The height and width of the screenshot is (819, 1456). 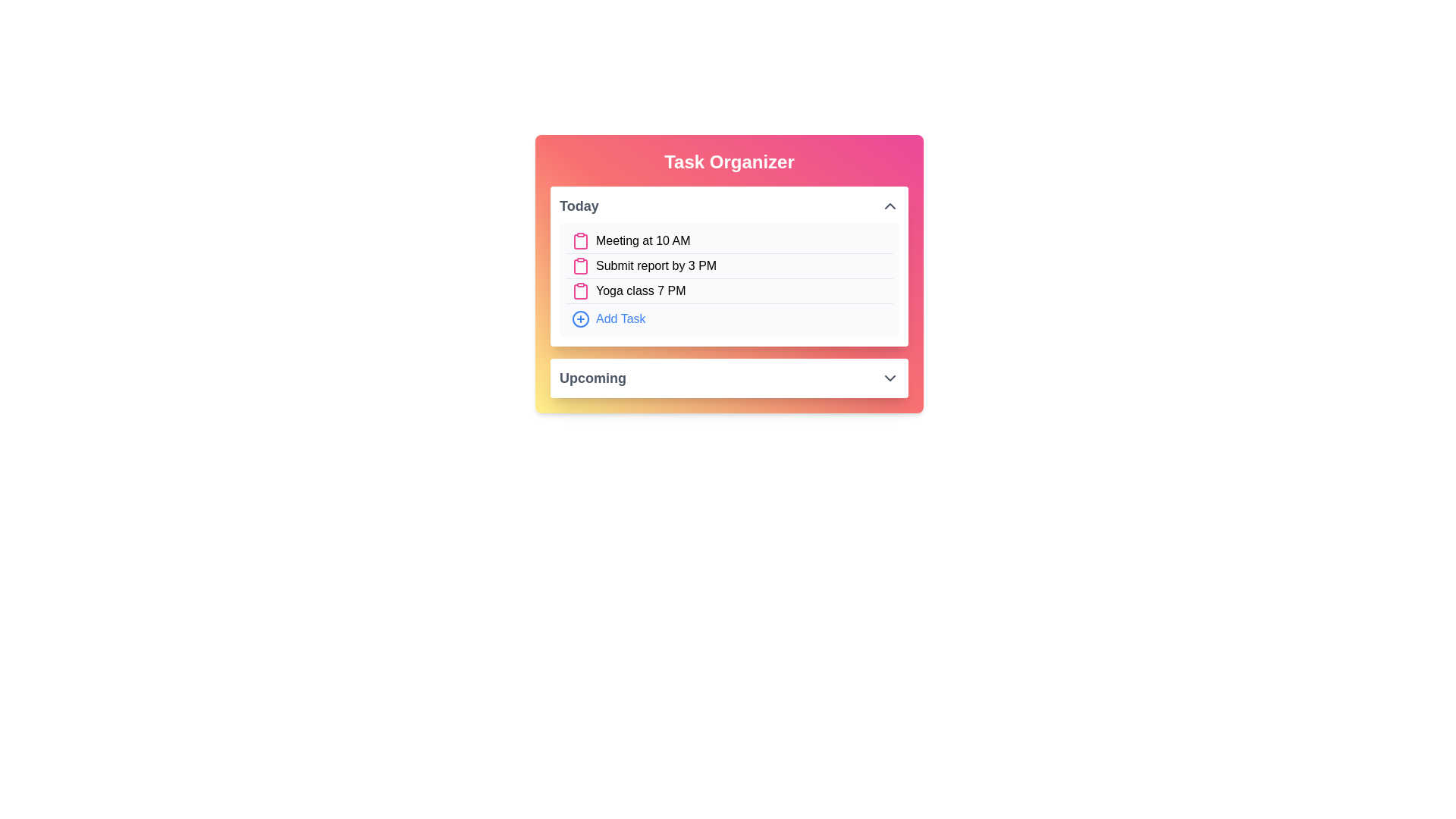 What do you see at coordinates (729, 377) in the screenshot?
I see `the dropdown button located at the bottom of the task organizer card interface` at bounding box center [729, 377].